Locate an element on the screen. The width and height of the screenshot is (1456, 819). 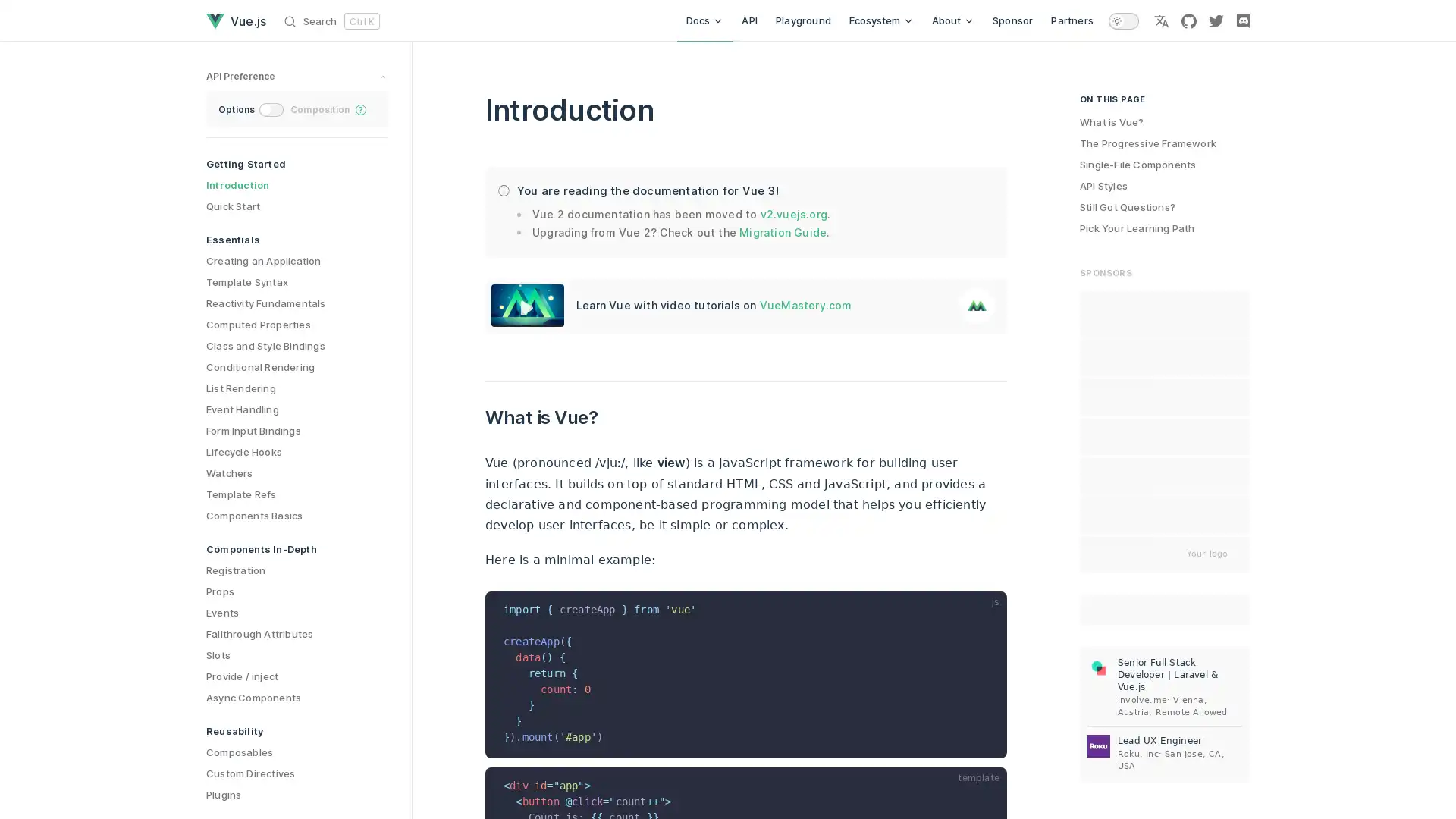
preference switches toggle is located at coordinates (297, 77).